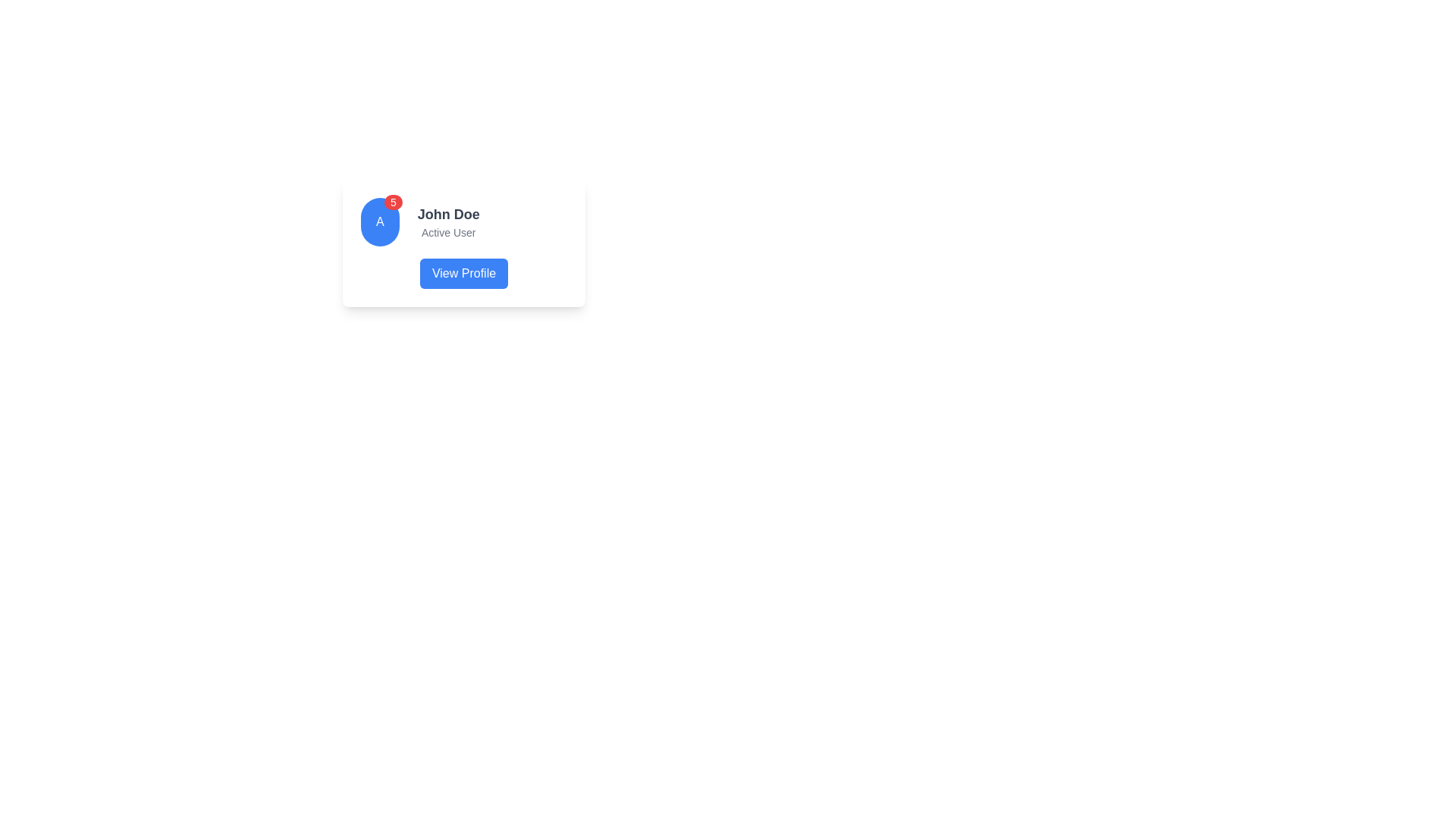 The image size is (1456, 819). I want to click on the Text Label displaying the user or profile identification, located above the 'Active User' subtitle and to the right of the circular avatar image, so click(447, 214).